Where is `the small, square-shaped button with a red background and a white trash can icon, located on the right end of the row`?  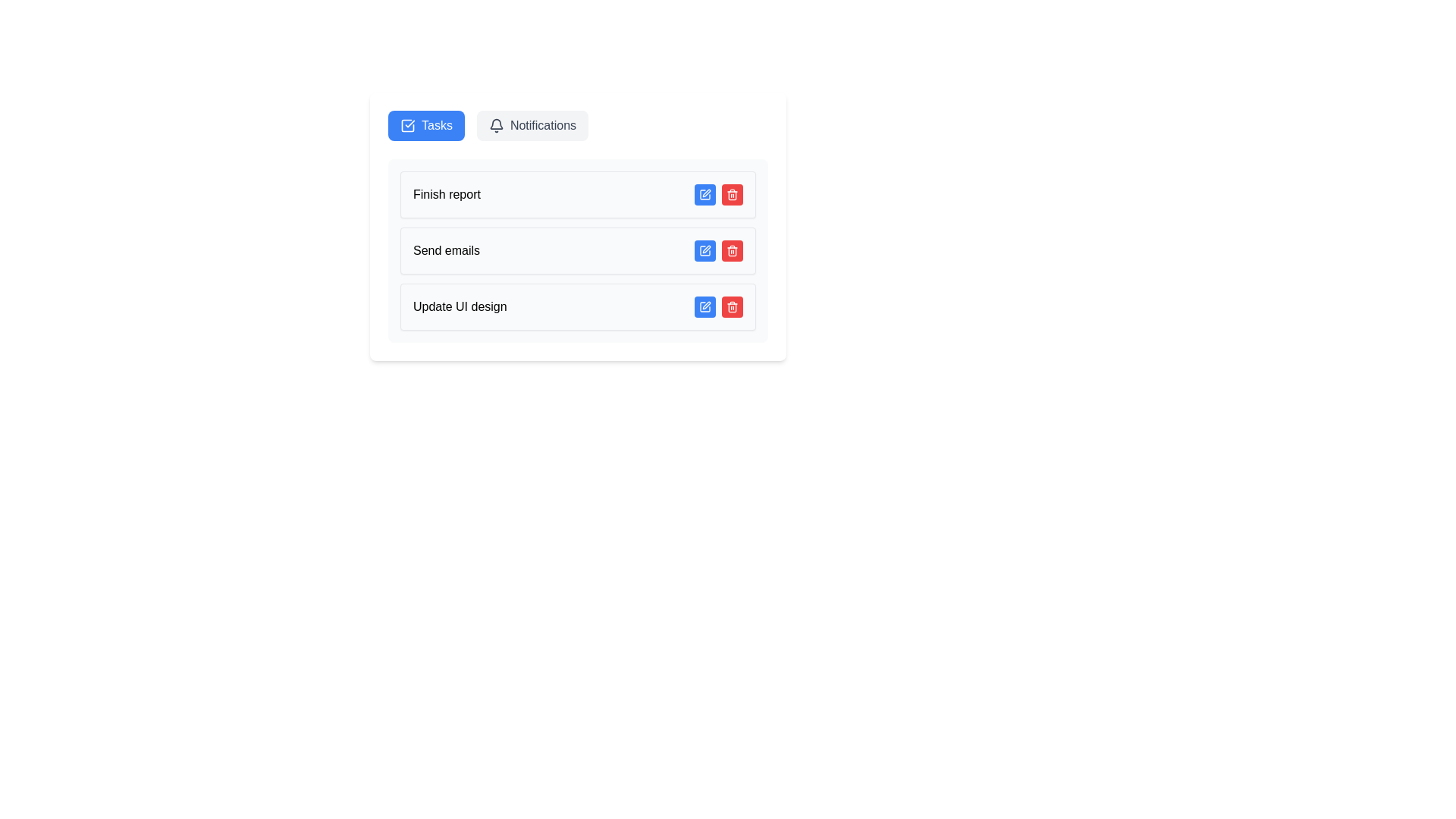 the small, square-shaped button with a red background and a white trash can icon, located on the right end of the row is located at coordinates (732, 194).